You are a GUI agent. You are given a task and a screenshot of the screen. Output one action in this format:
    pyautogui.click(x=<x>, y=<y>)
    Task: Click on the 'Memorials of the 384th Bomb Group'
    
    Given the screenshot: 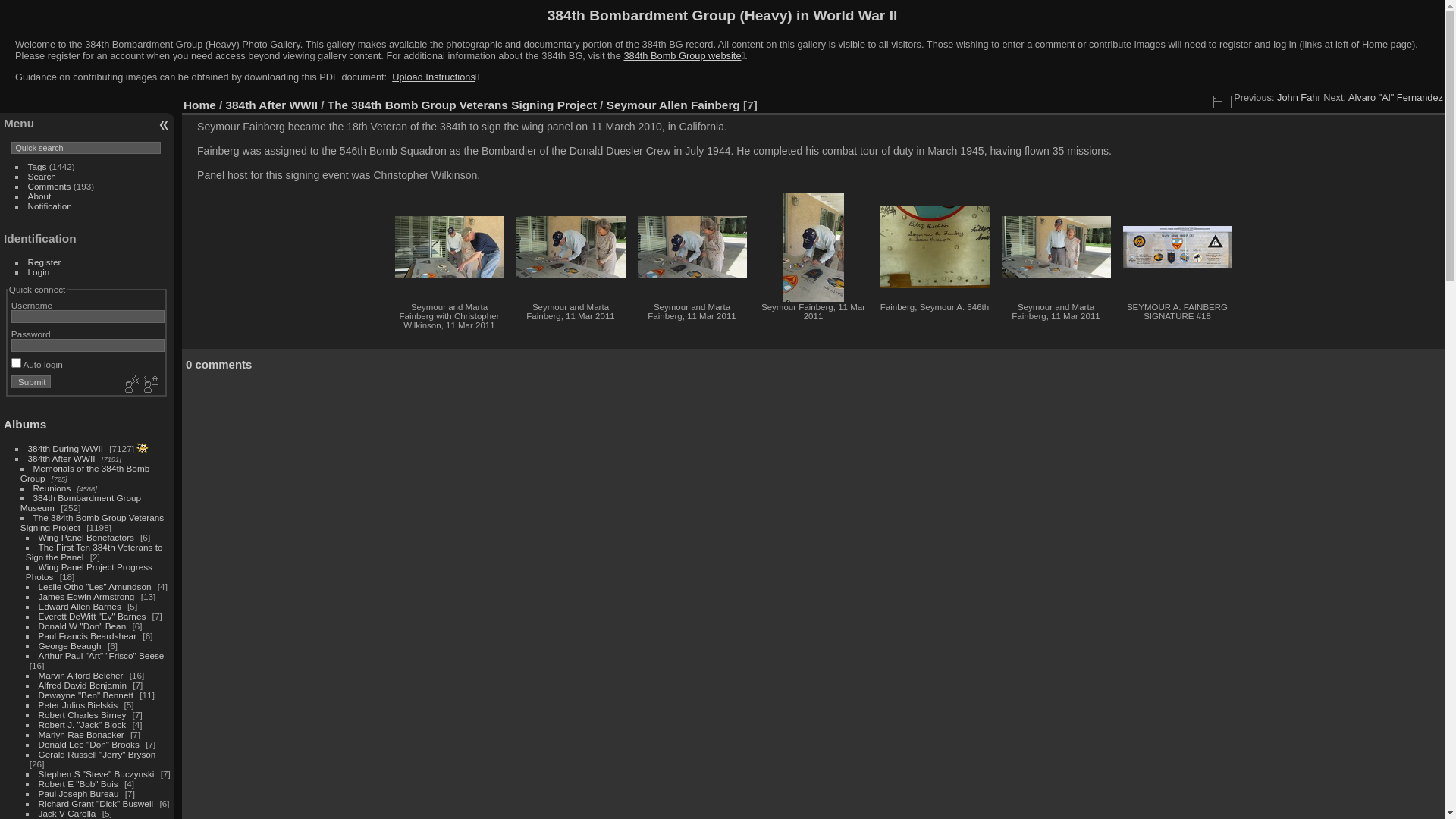 What is the action you would take?
    pyautogui.click(x=83, y=472)
    